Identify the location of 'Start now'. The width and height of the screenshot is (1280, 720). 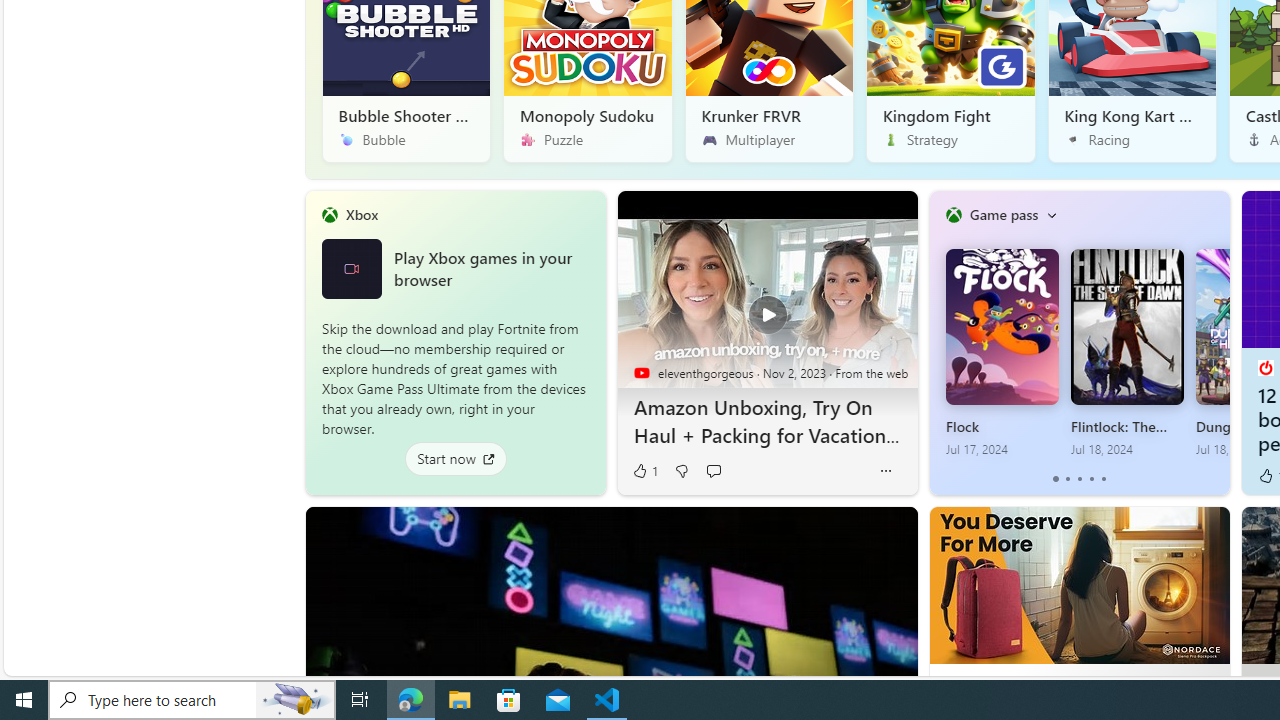
(454, 458).